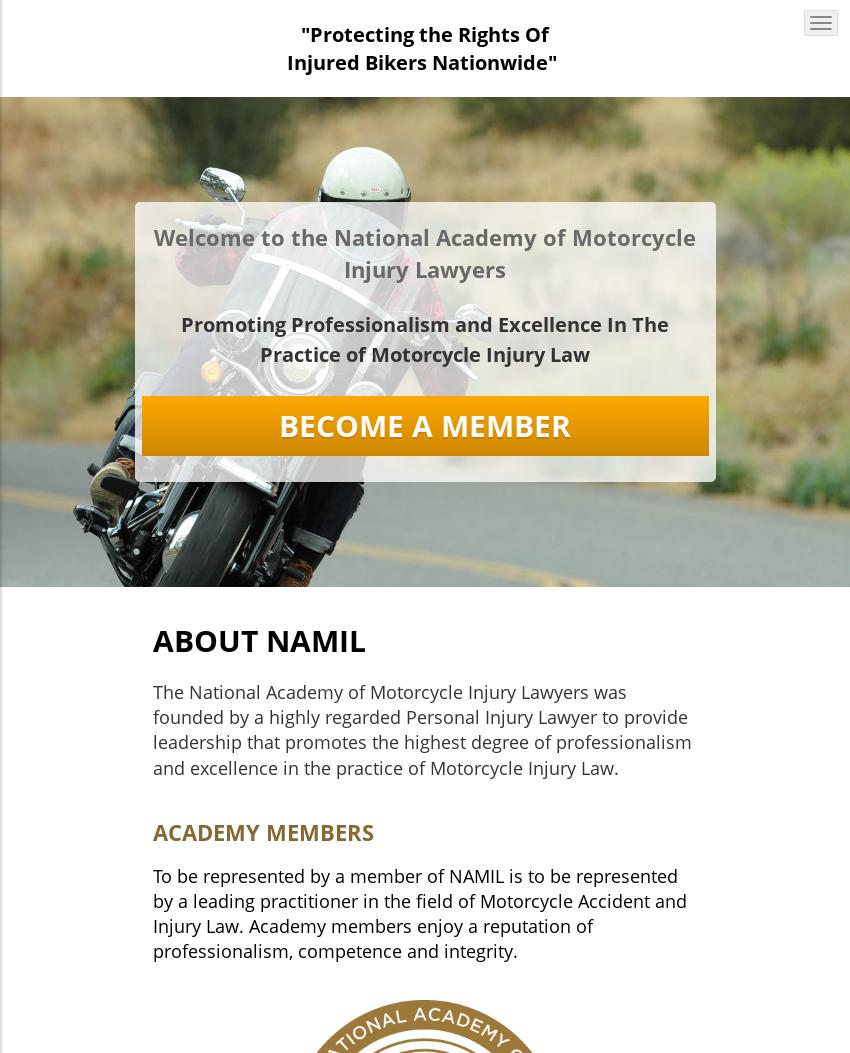 The image size is (850, 1053). I want to click on 'Injured Bikers Nationwide"', so click(422, 61).